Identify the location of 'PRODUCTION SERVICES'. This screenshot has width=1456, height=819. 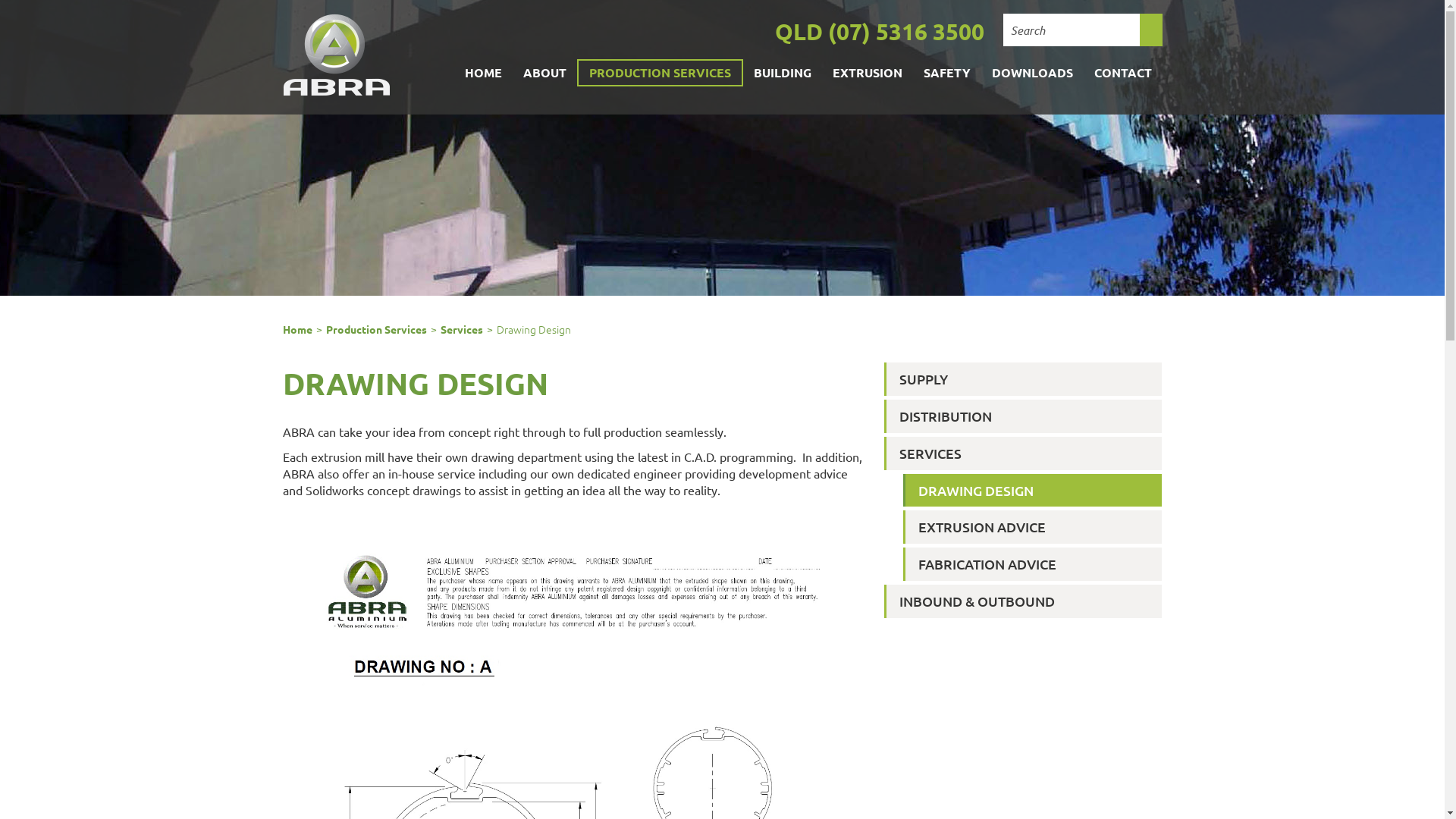
(575, 73).